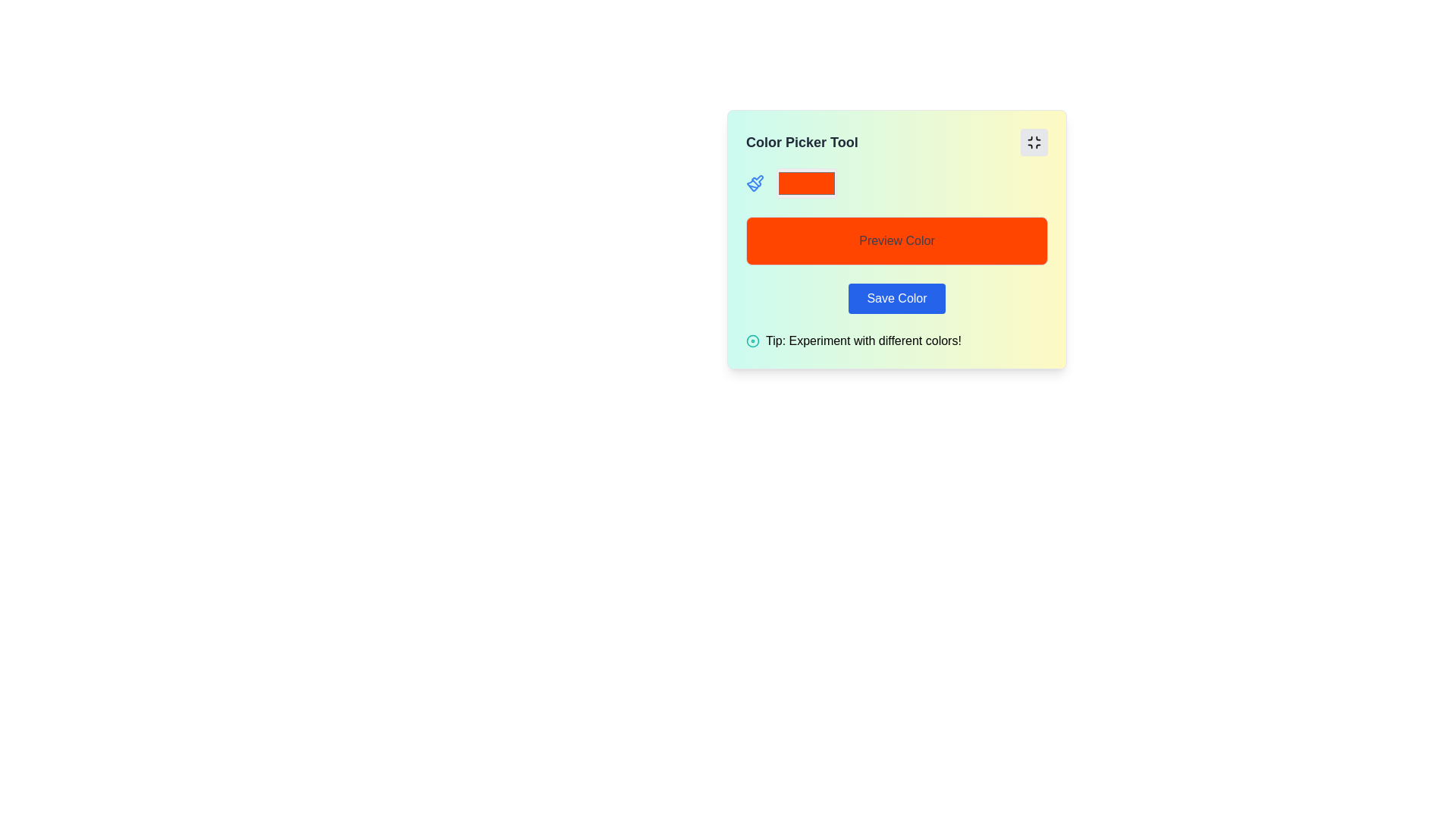 The width and height of the screenshot is (1456, 819). What do you see at coordinates (853, 341) in the screenshot?
I see `the informational text element displaying the message 'Tip: Experiment with different colors!' which includes a circular icon with a teal-colored border, located at the bottom of the panel under the 'Save Color' button` at bounding box center [853, 341].